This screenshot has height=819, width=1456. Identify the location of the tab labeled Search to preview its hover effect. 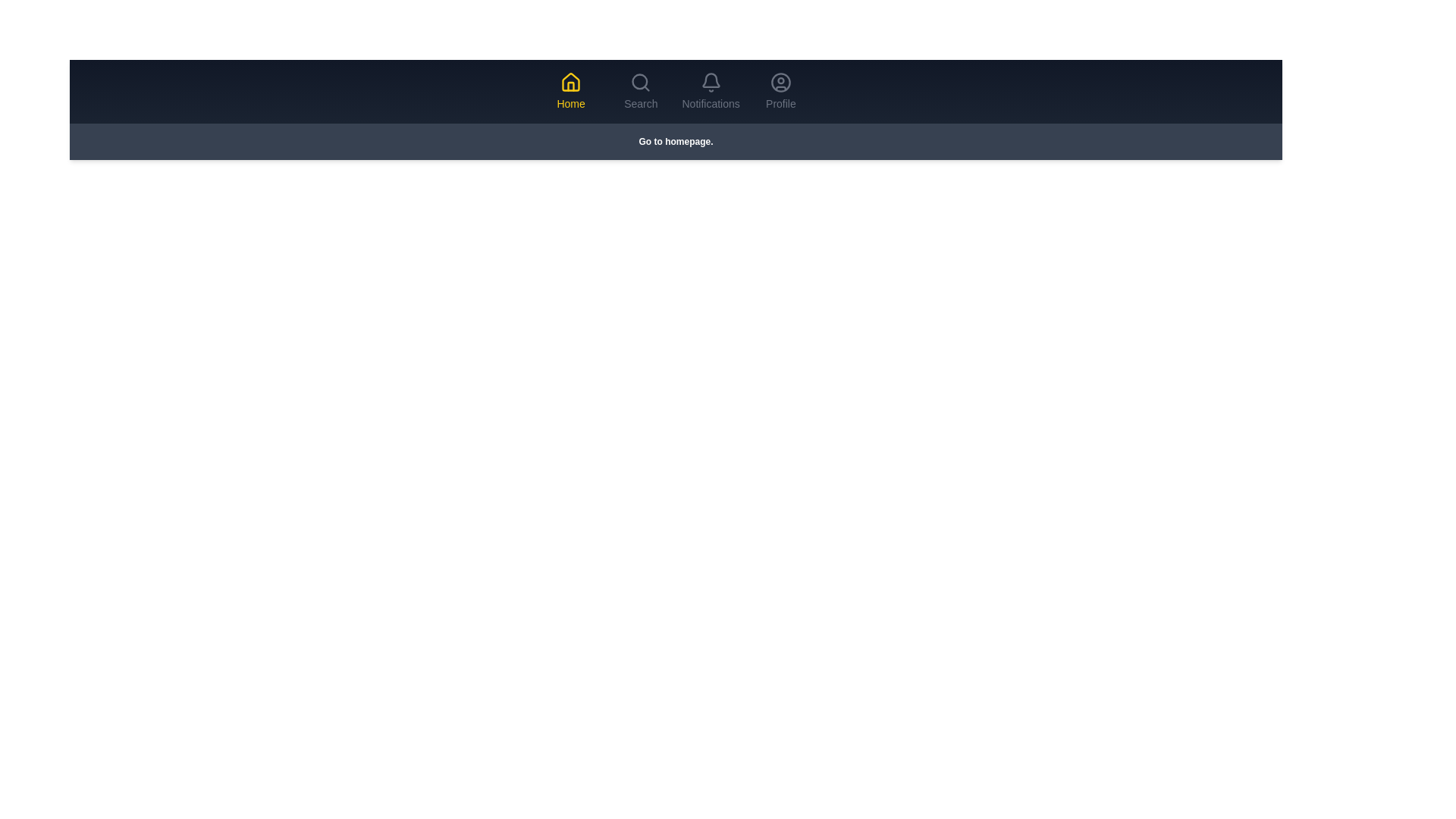
(641, 91).